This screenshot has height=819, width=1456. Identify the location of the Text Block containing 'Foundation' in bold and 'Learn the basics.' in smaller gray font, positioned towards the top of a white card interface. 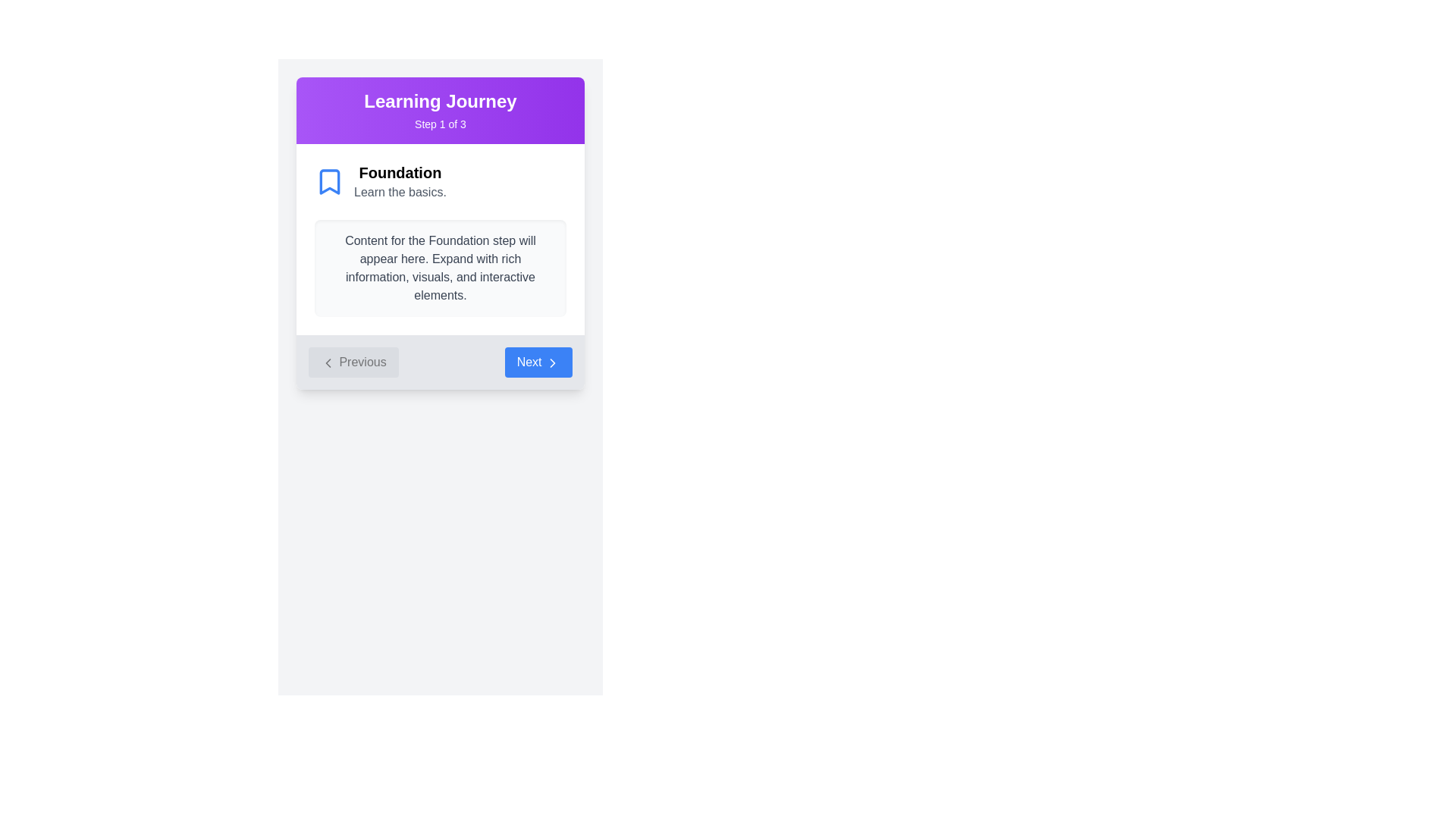
(400, 180).